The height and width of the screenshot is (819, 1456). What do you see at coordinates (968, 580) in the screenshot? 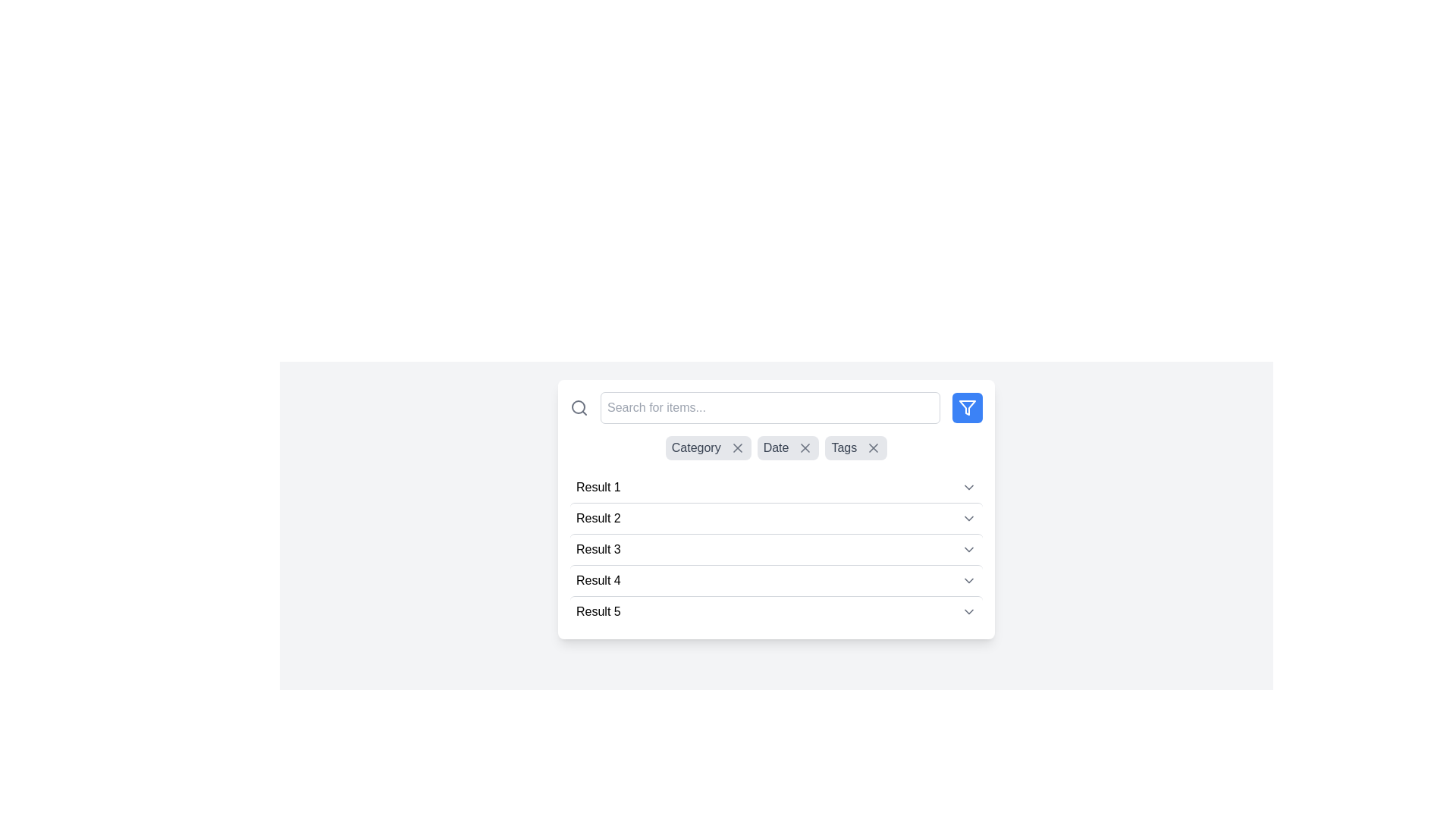
I see `the dropdown toggle icon located at the extreme right of the 'Result 4' row` at bounding box center [968, 580].